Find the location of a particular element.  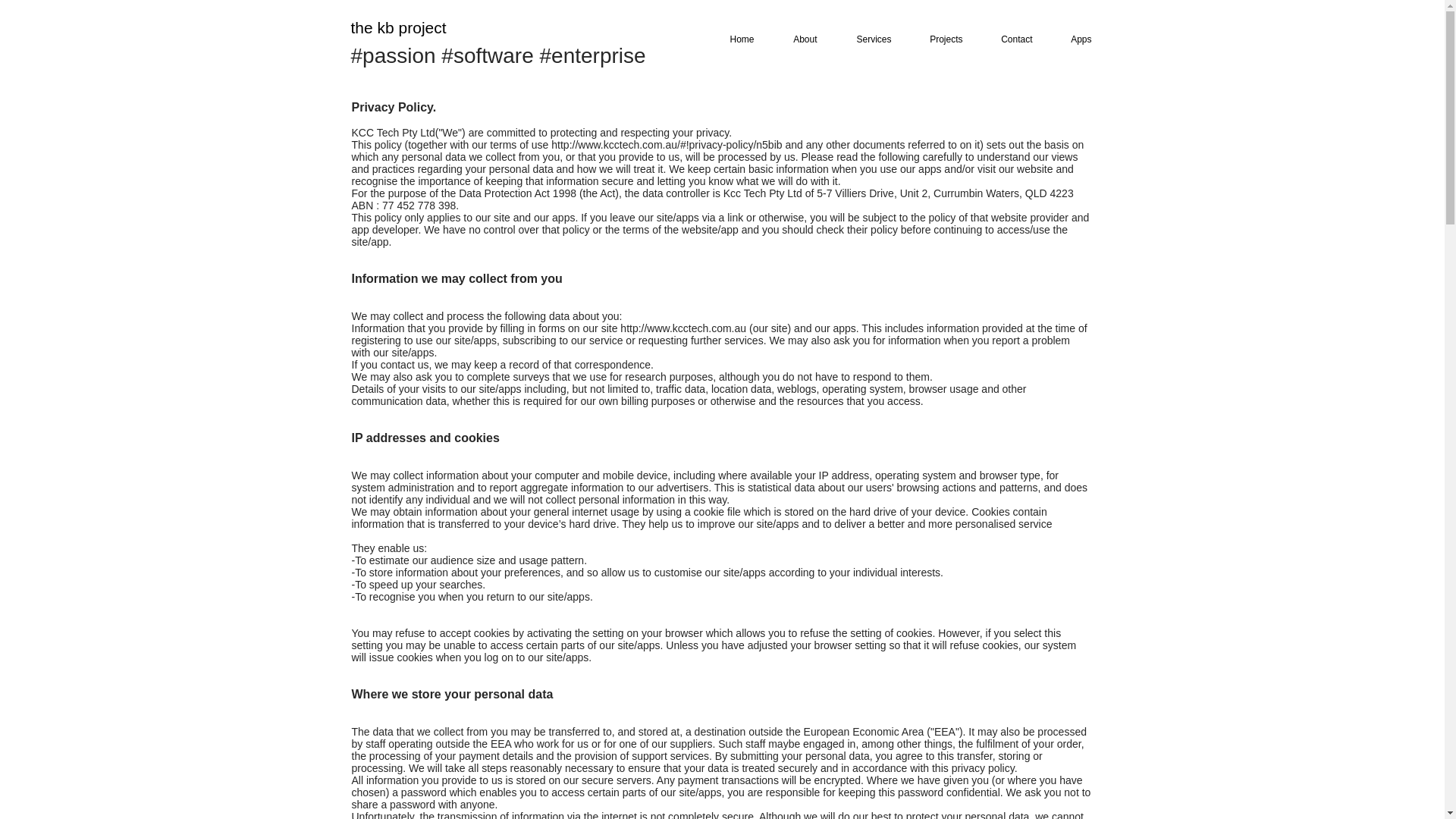

'Home' is located at coordinates (735, 39).